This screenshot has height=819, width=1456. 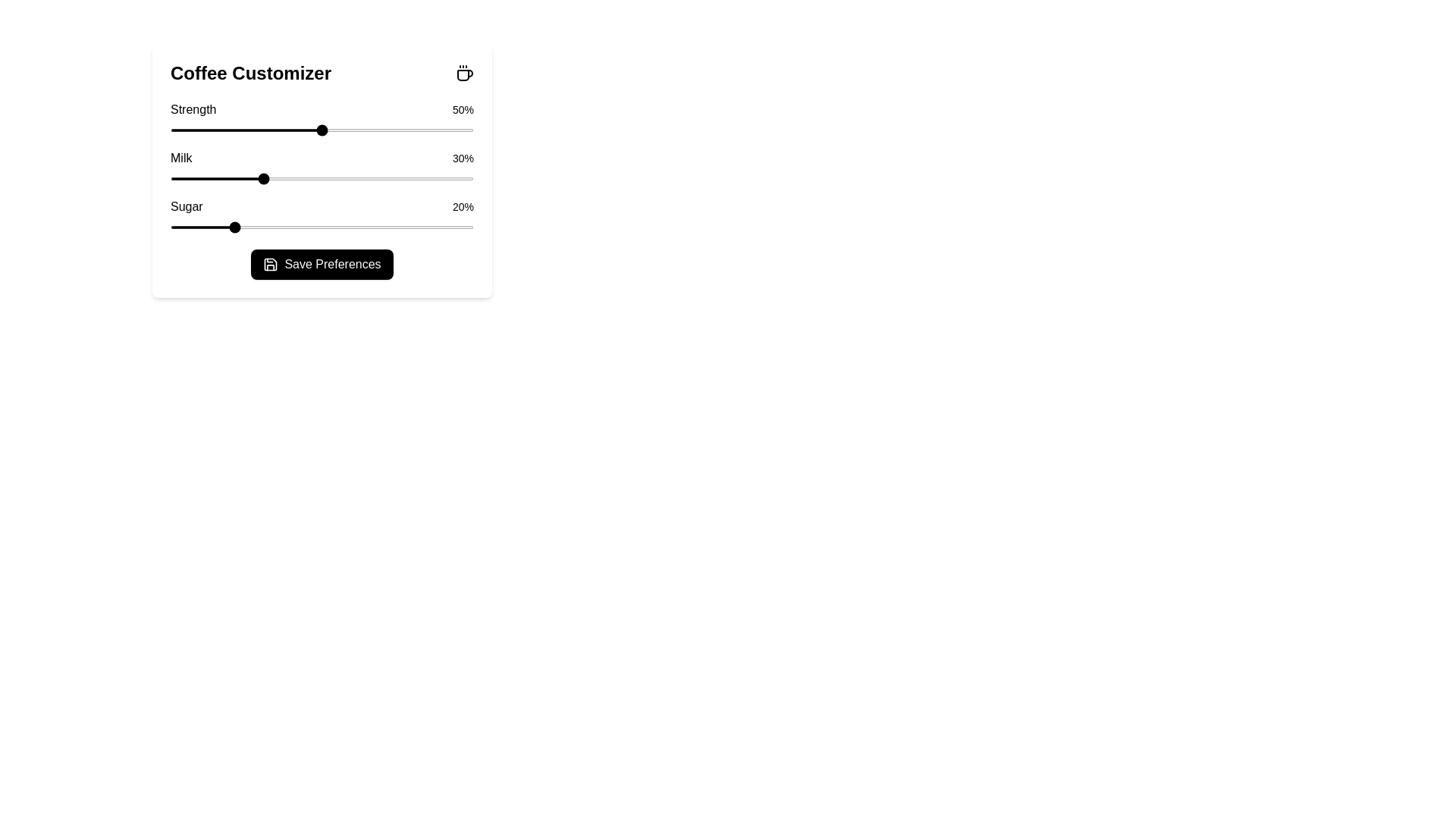 What do you see at coordinates (286, 227) in the screenshot?
I see `sugar level` at bounding box center [286, 227].